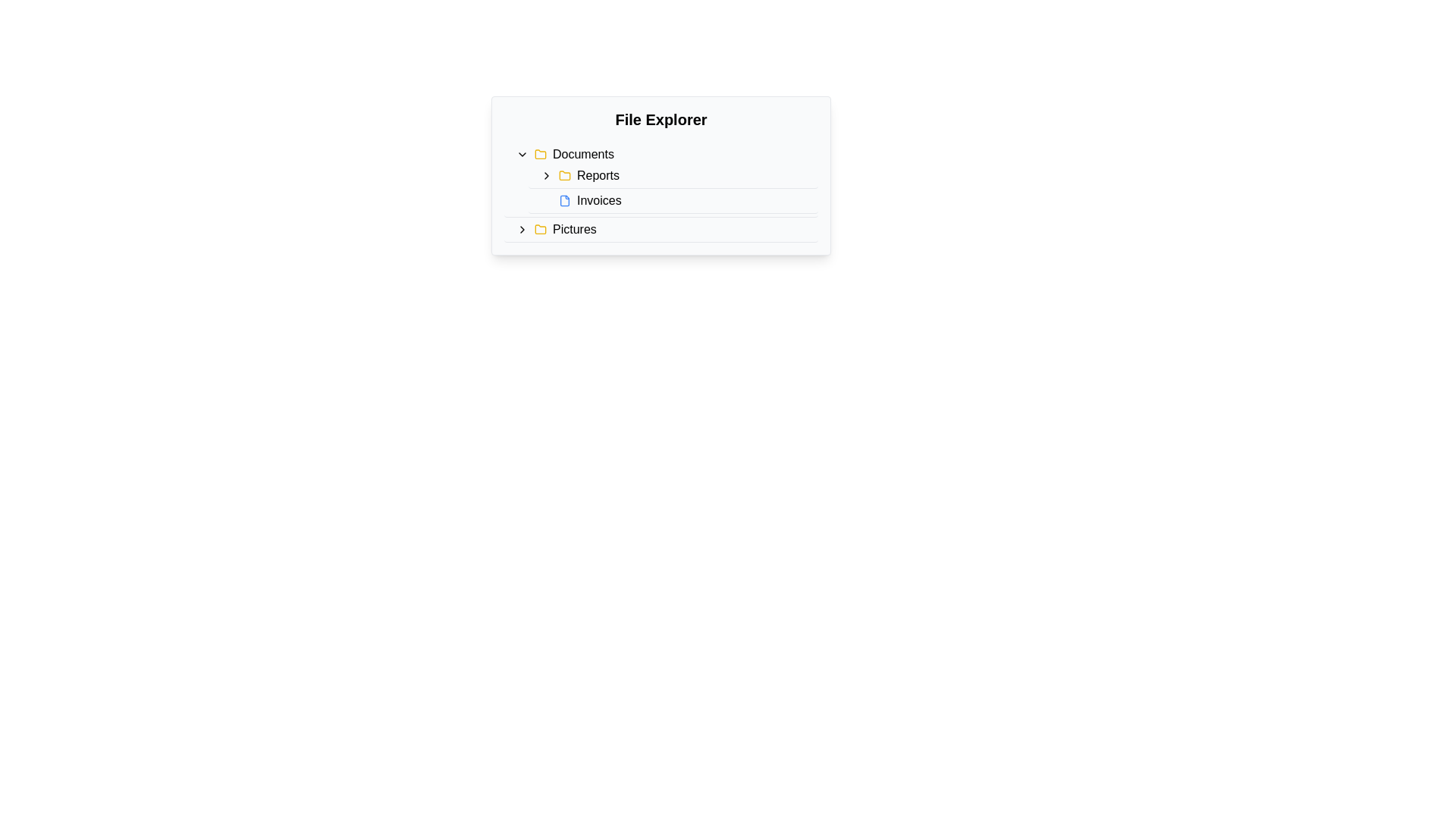 This screenshot has height=819, width=1456. Describe the element at coordinates (661, 230) in the screenshot. I see `the fourth folder item in the file explorer, which is located below the 'Invoices' item` at that location.